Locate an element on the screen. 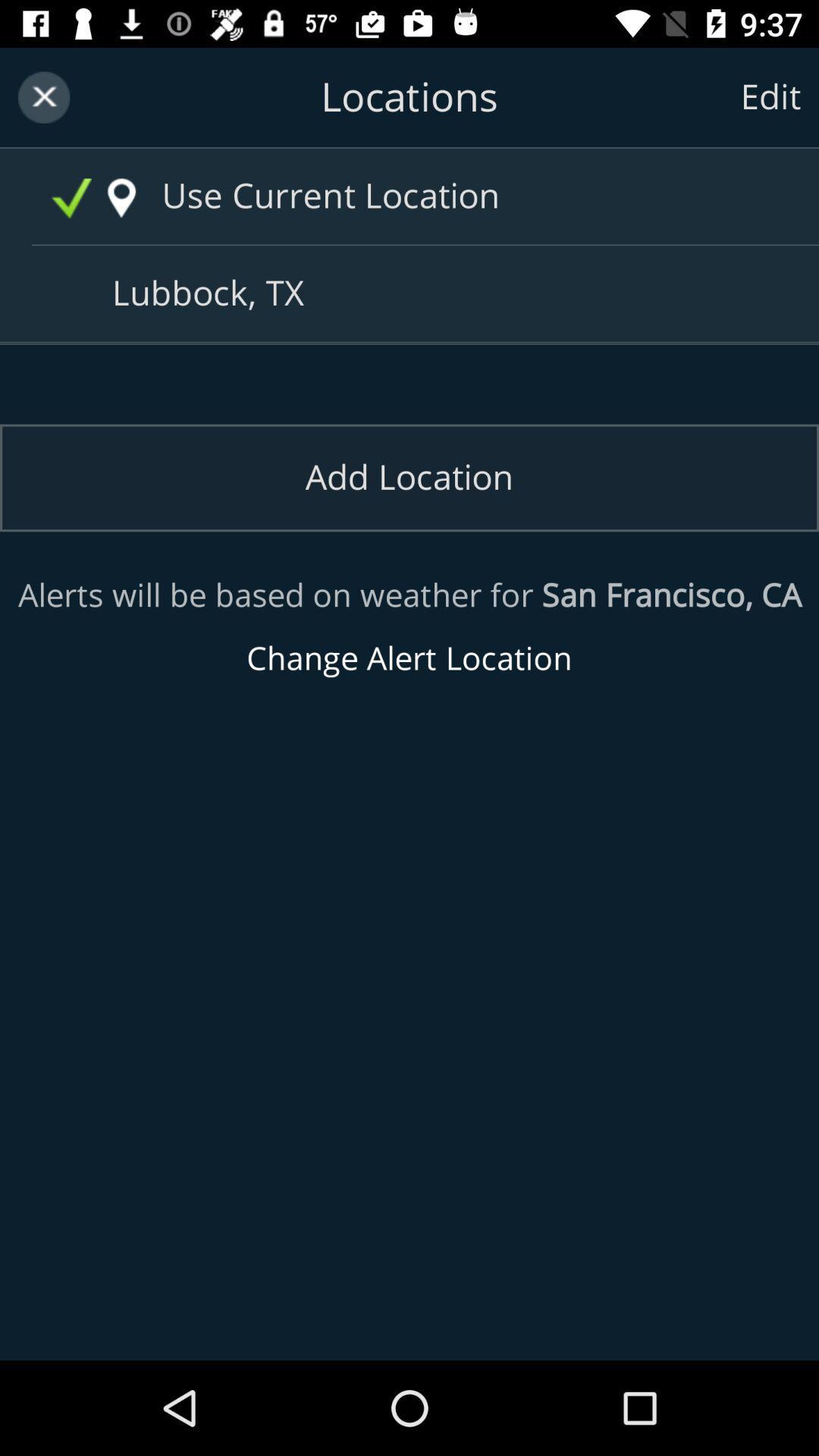 The image size is (819, 1456). the text which says lubbock tx is located at coordinates (415, 293).